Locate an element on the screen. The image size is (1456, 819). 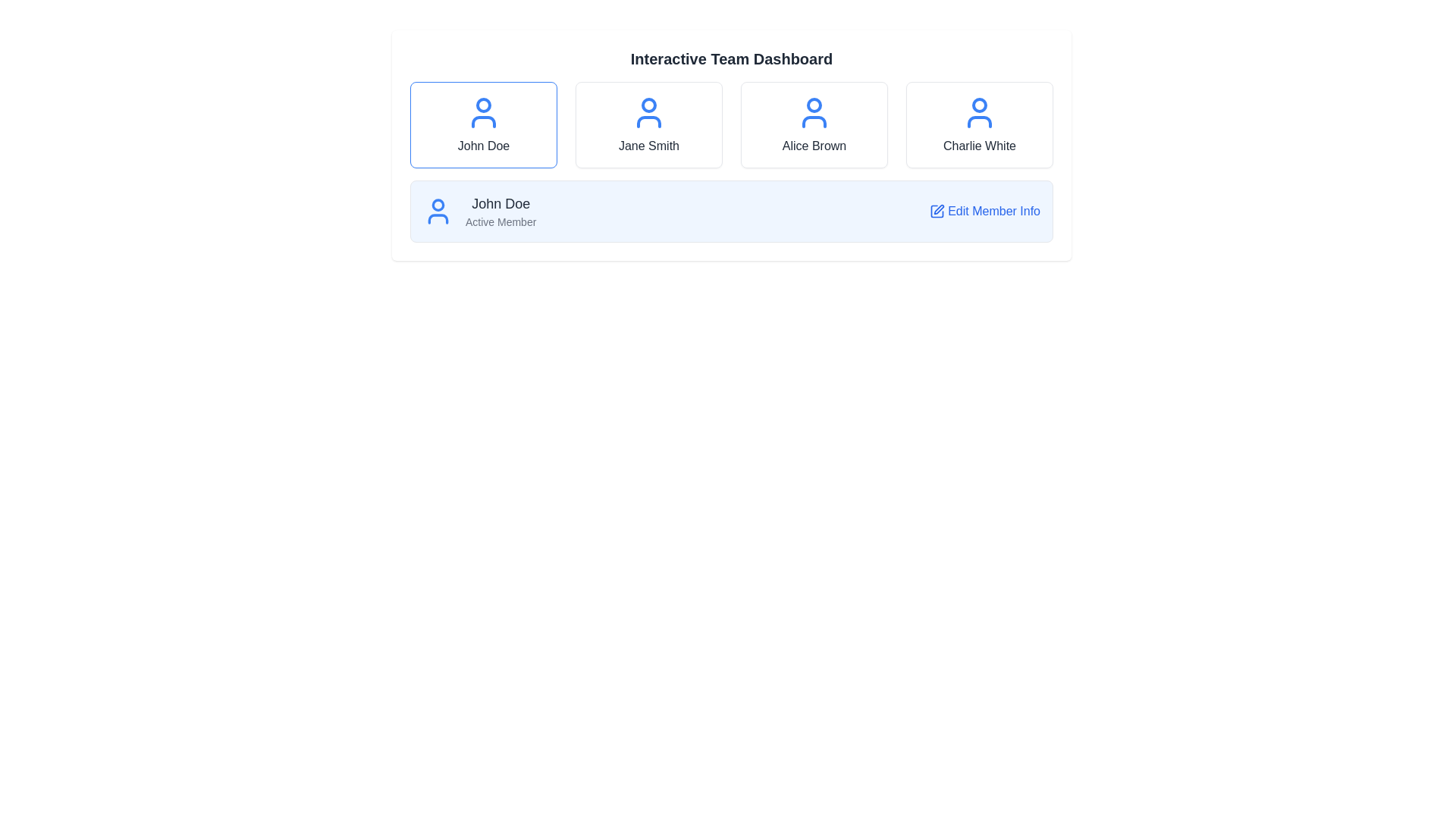
the informational display element showing 'John Doe' with the blue user silhouette icon, located in the blue-bordered section under 'Interactive Team Dashboard' is located at coordinates (479, 211).